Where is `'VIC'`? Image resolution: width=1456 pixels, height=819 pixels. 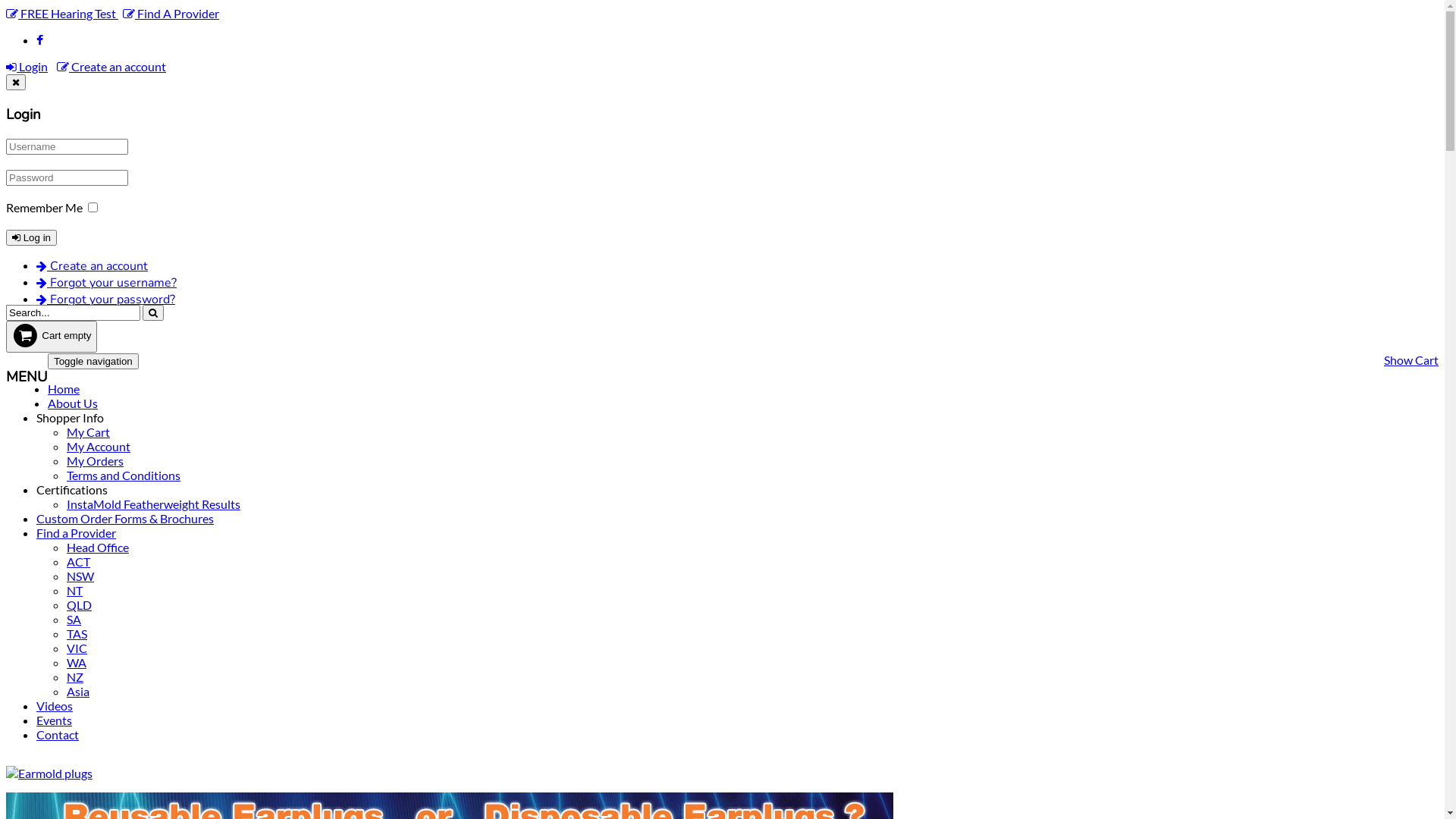
'VIC' is located at coordinates (76, 648).